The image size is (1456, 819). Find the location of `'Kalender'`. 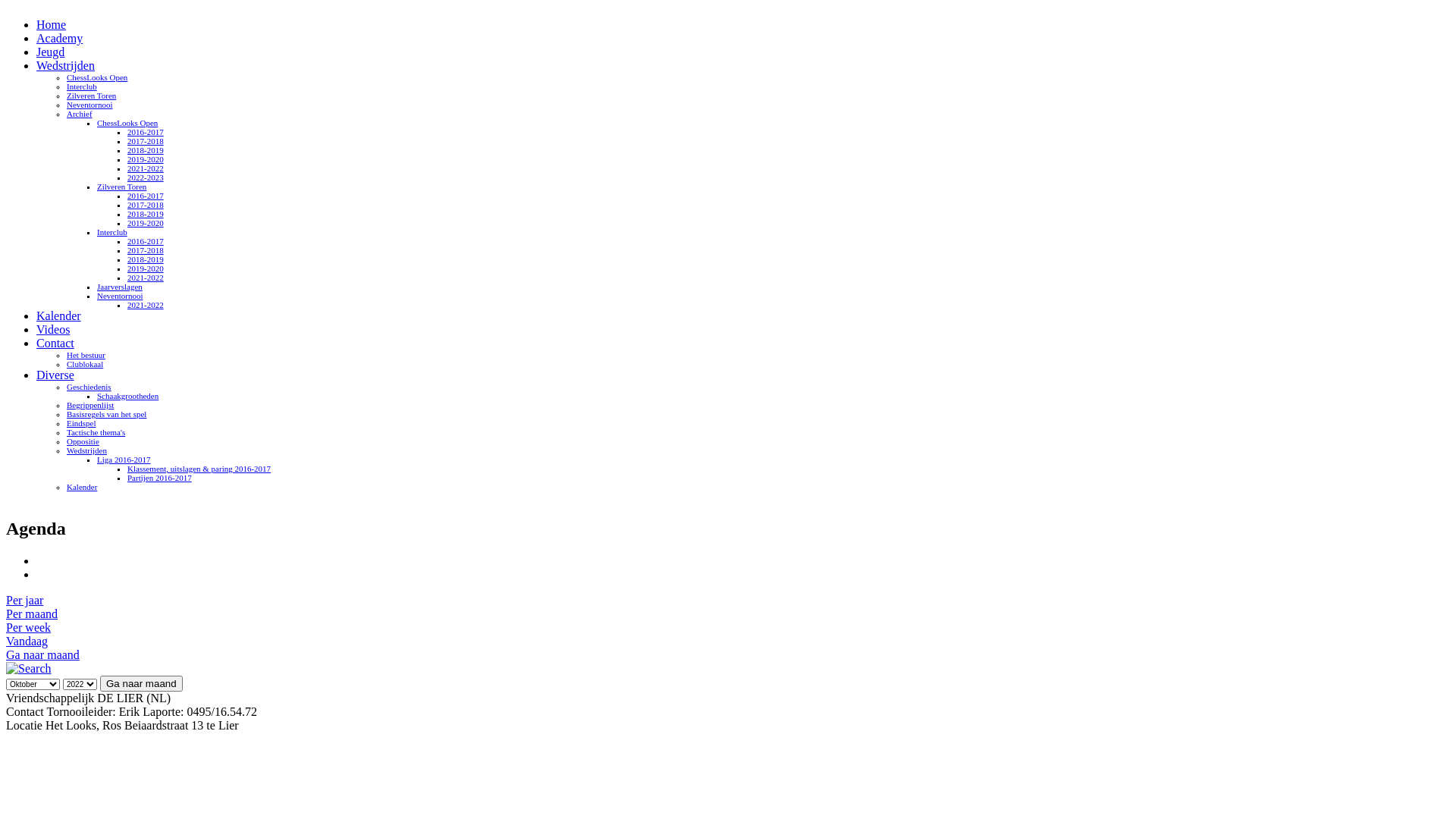

'Kalender' is located at coordinates (80, 486).